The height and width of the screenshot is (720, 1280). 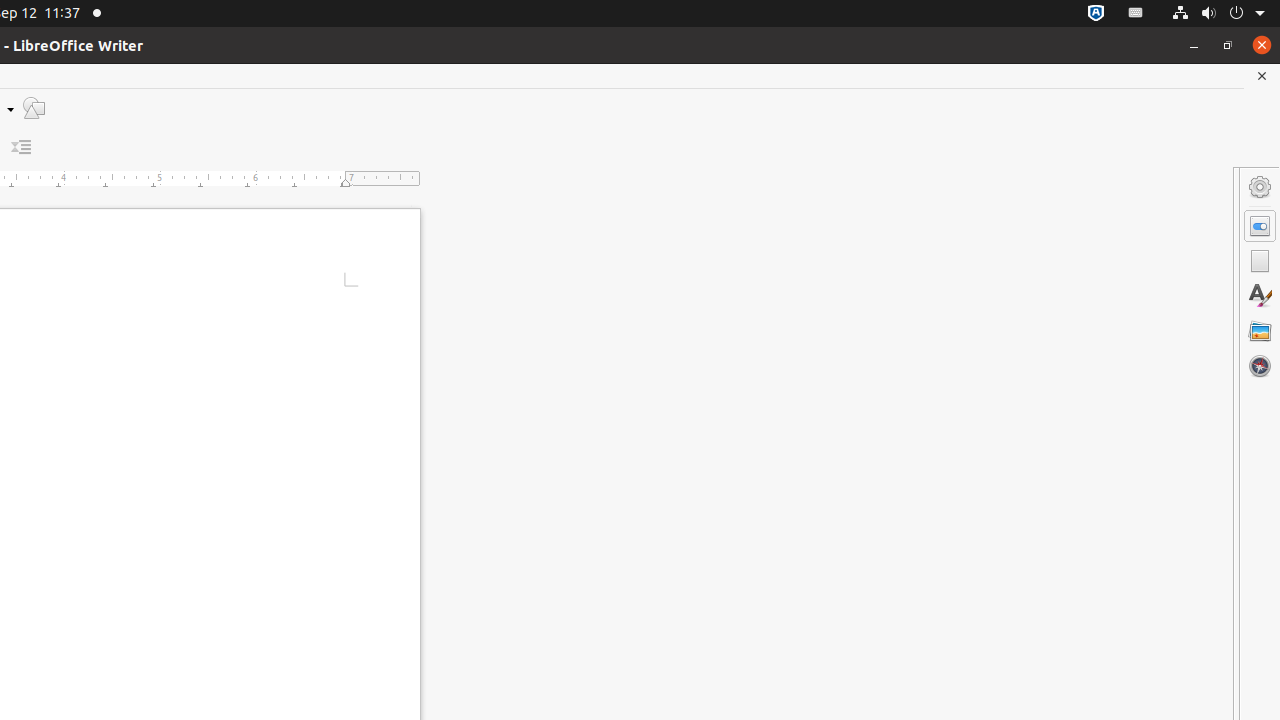 What do you see at coordinates (21, 146) in the screenshot?
I see `'Decrease'` at bounding box center [21, 146].